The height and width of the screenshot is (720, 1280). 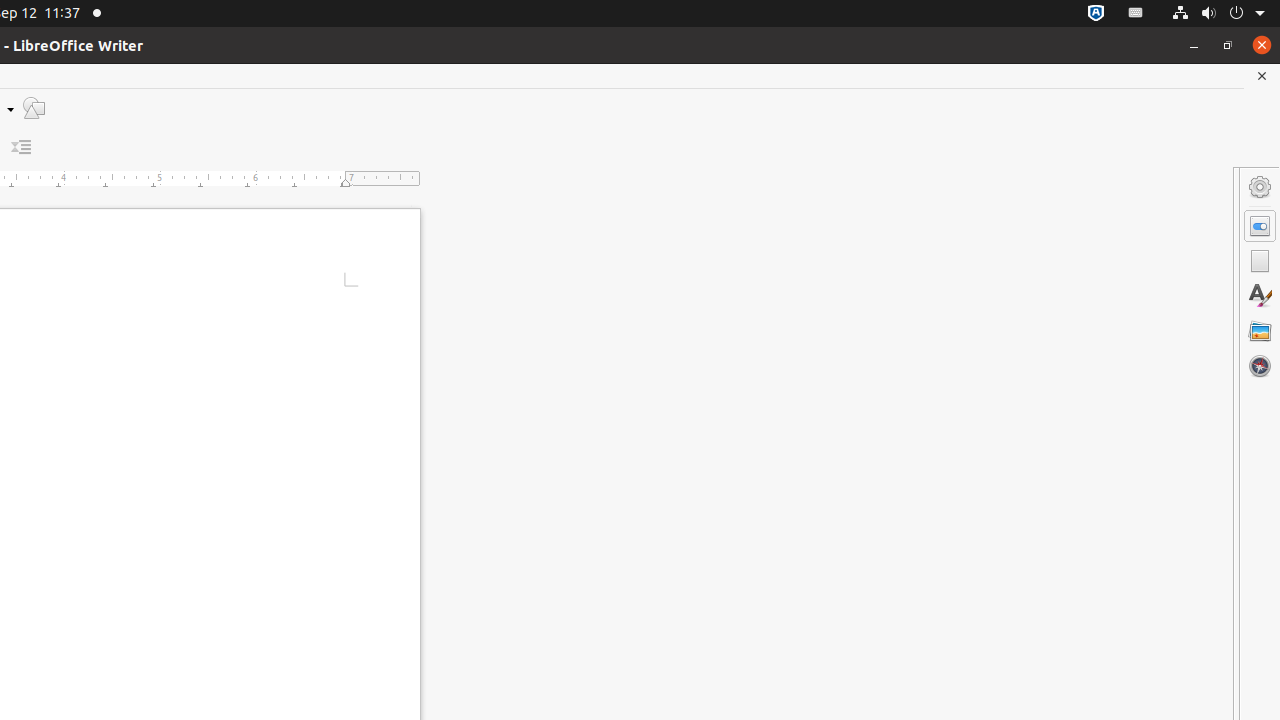 What do you see at coordinates (21, 146) in the screenshot?
I see `'Decrease'` at bounding box center [21, 146].